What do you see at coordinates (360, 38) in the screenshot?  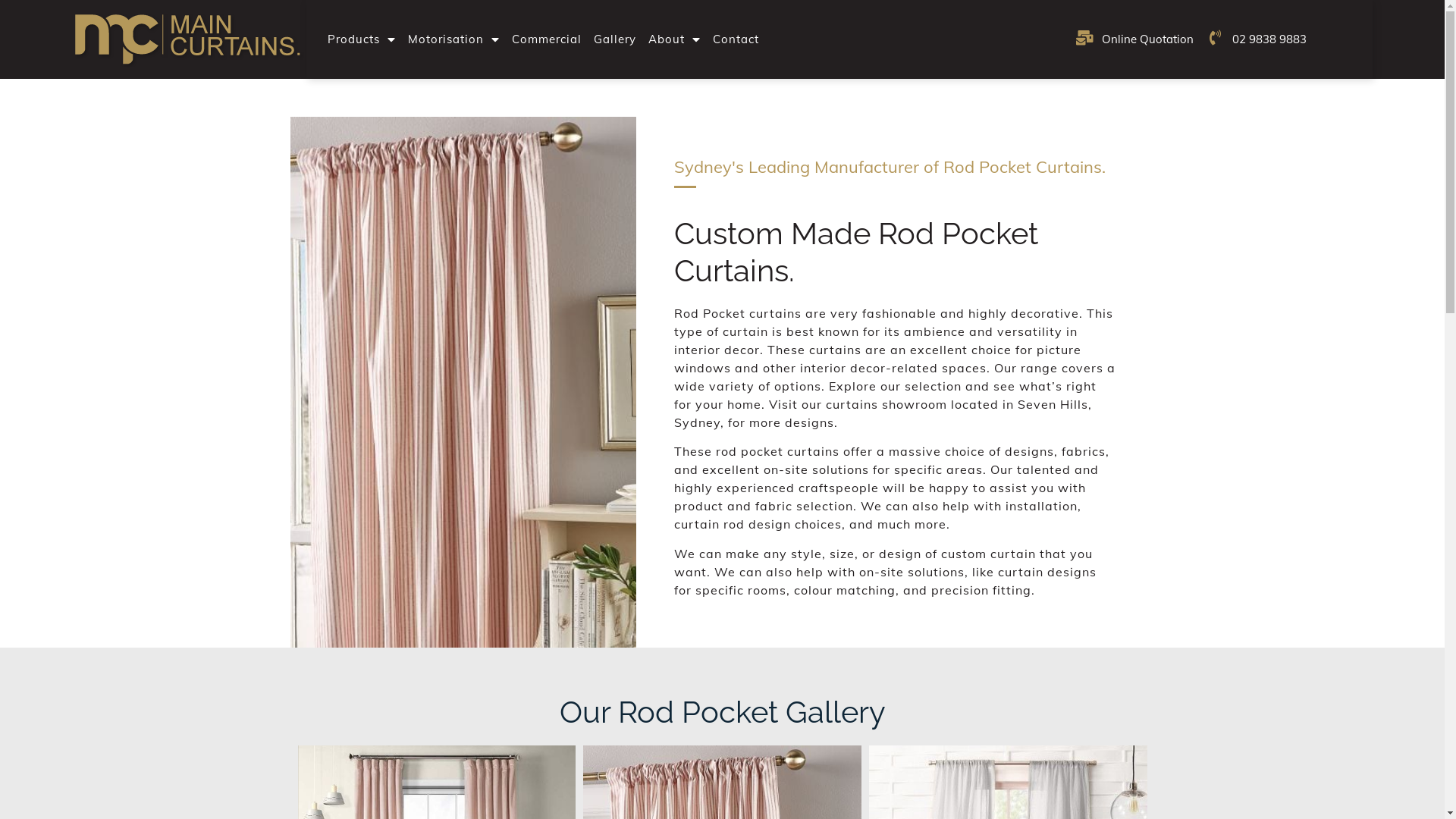 I see `'Products'` at bounding box center [360, 38].